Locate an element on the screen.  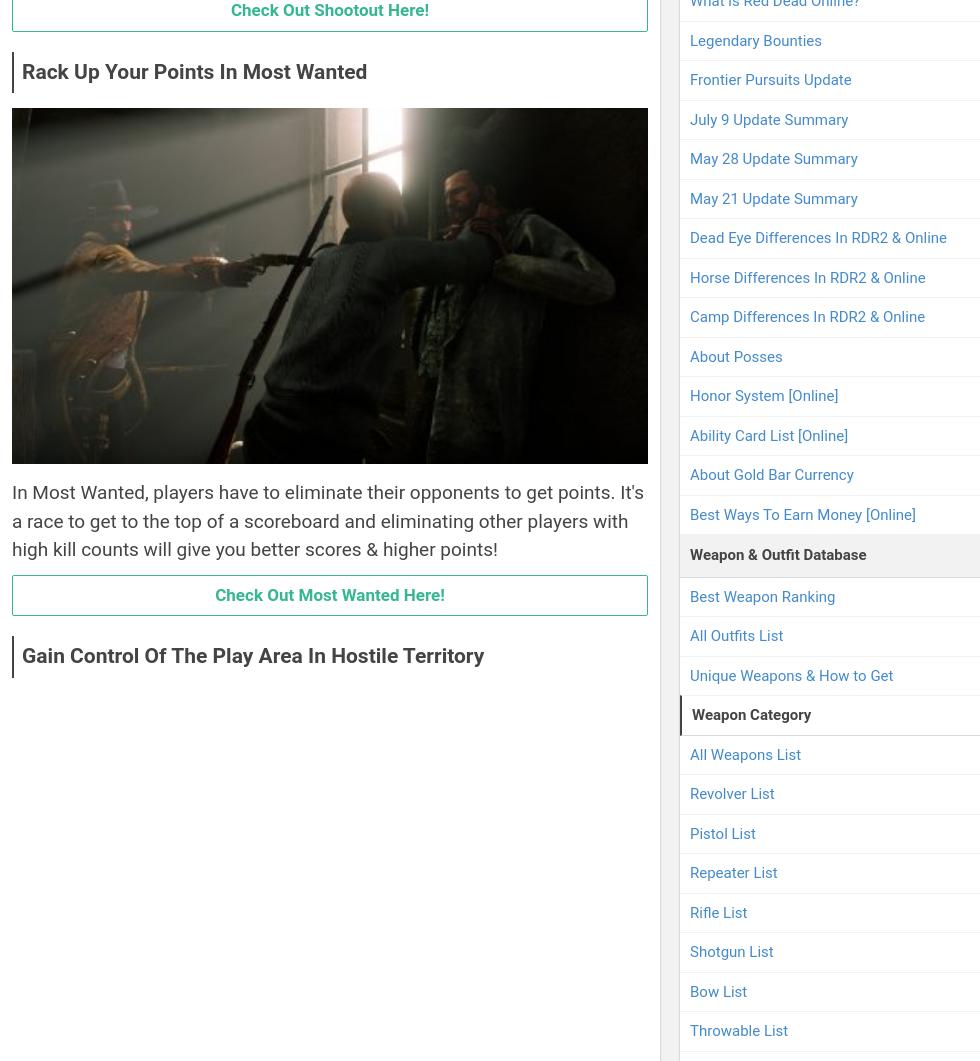
'Dead Eye Differences In RDR2 & Online' is located at coordinates (818, 236).